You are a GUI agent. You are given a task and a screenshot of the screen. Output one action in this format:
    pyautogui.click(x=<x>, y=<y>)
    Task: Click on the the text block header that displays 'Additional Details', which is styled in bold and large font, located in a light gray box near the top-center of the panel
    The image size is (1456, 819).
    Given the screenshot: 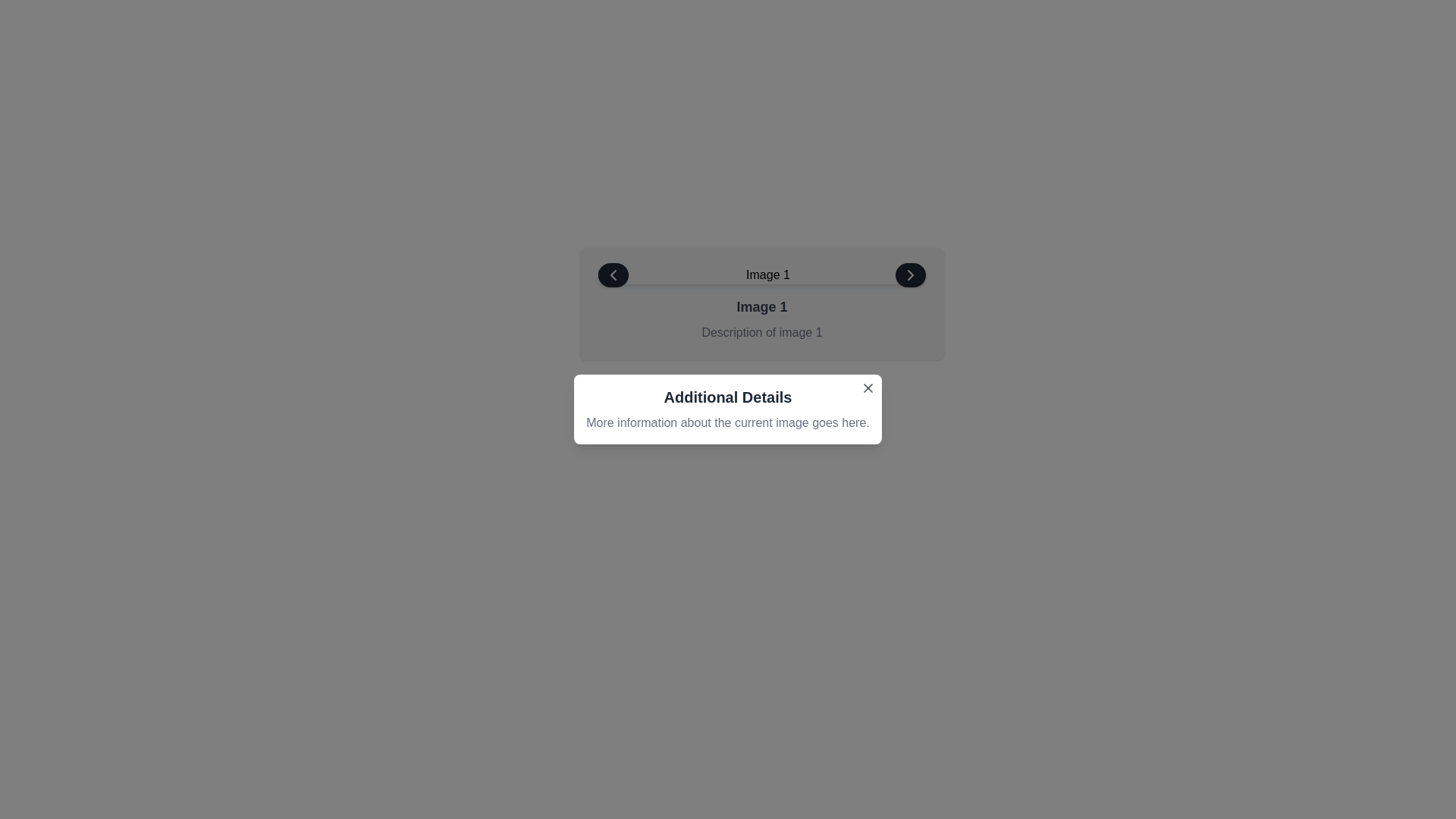 What is the action you would take?
    pyautogui.click(x=728, y=397)
    